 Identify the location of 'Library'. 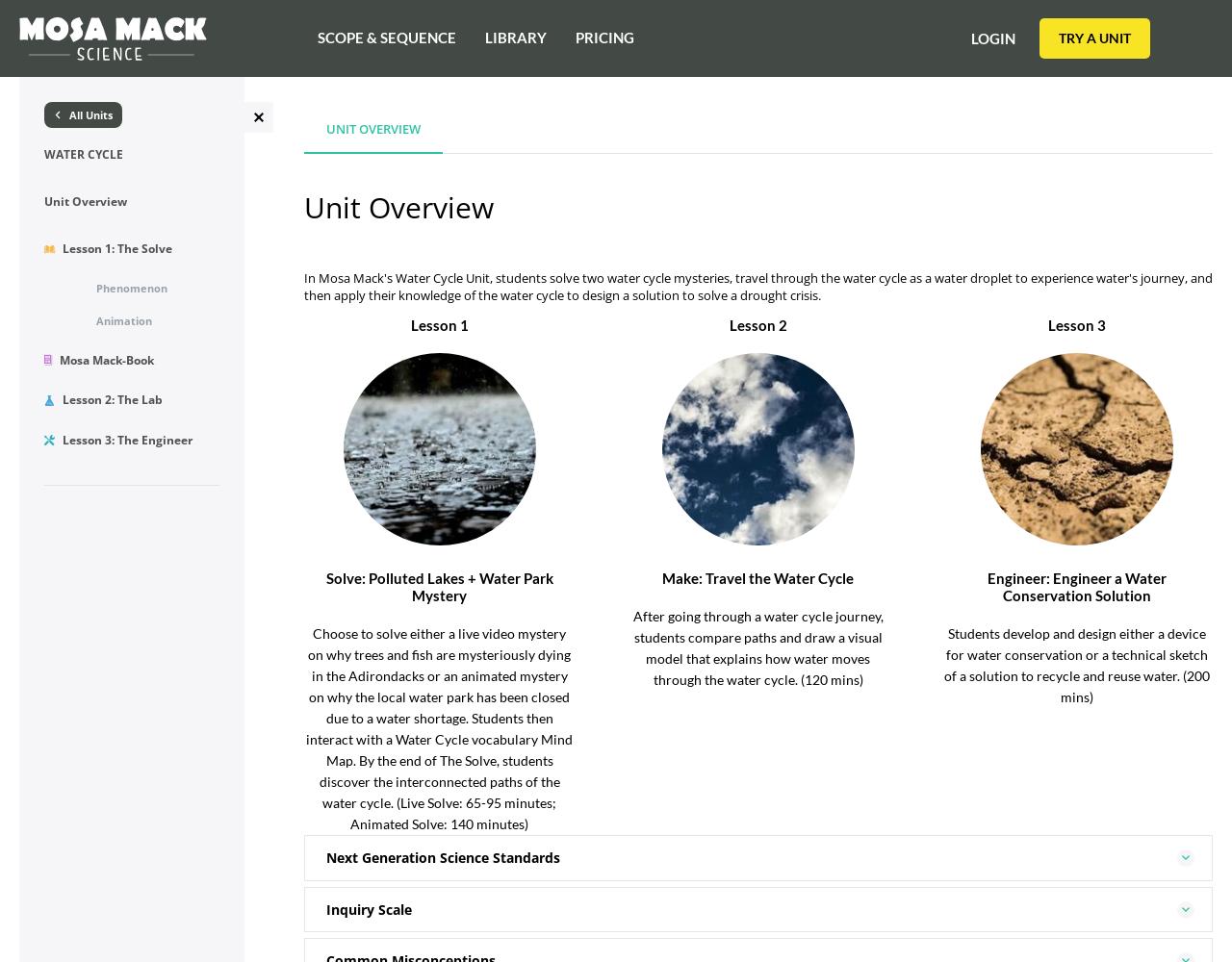
(484, 38).